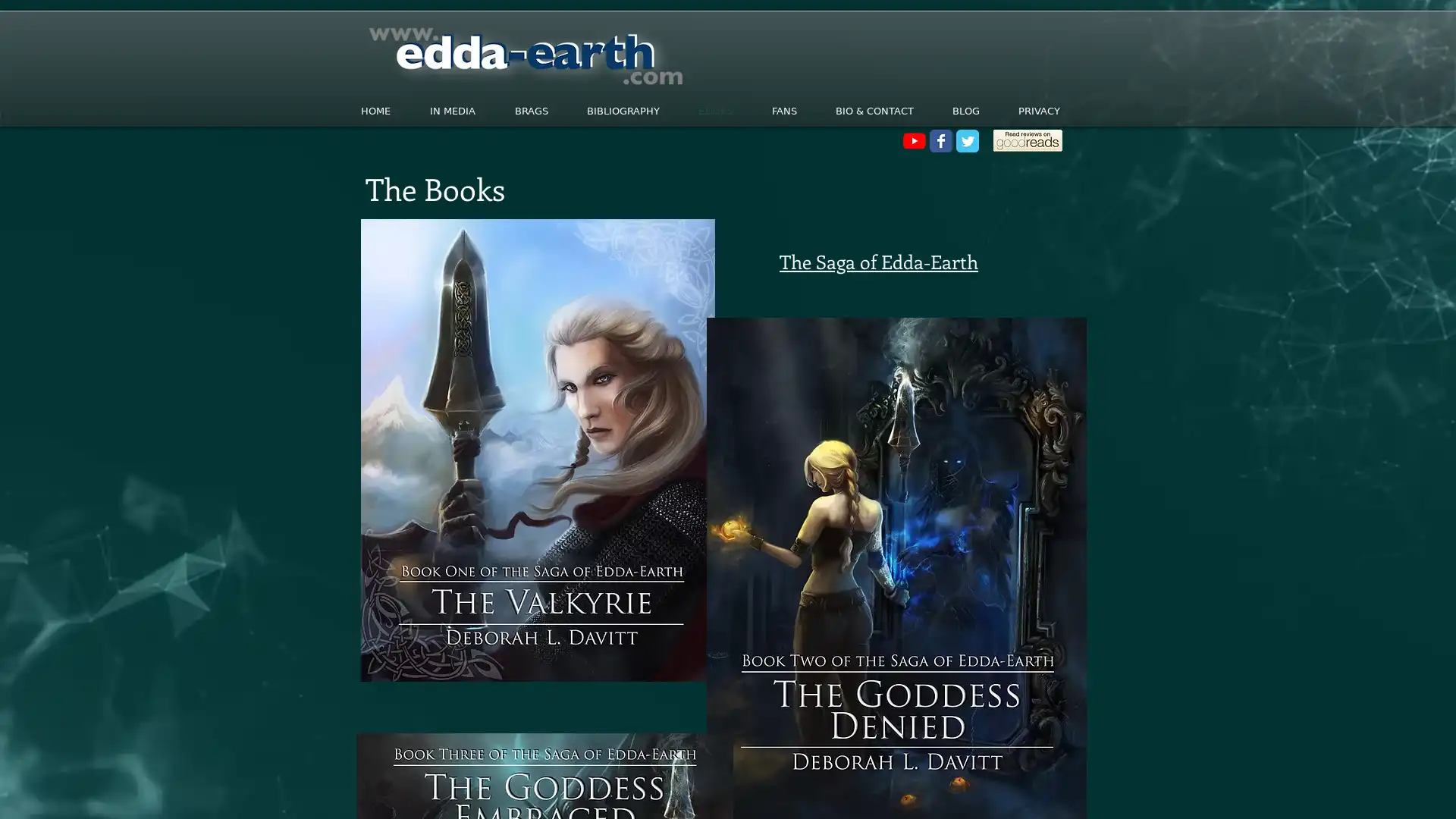 The image size is (1456, 819). What do you see at coordinates (1388, 792) in the screenshot?
I see `Accept` at bounding box center [1388, 792].